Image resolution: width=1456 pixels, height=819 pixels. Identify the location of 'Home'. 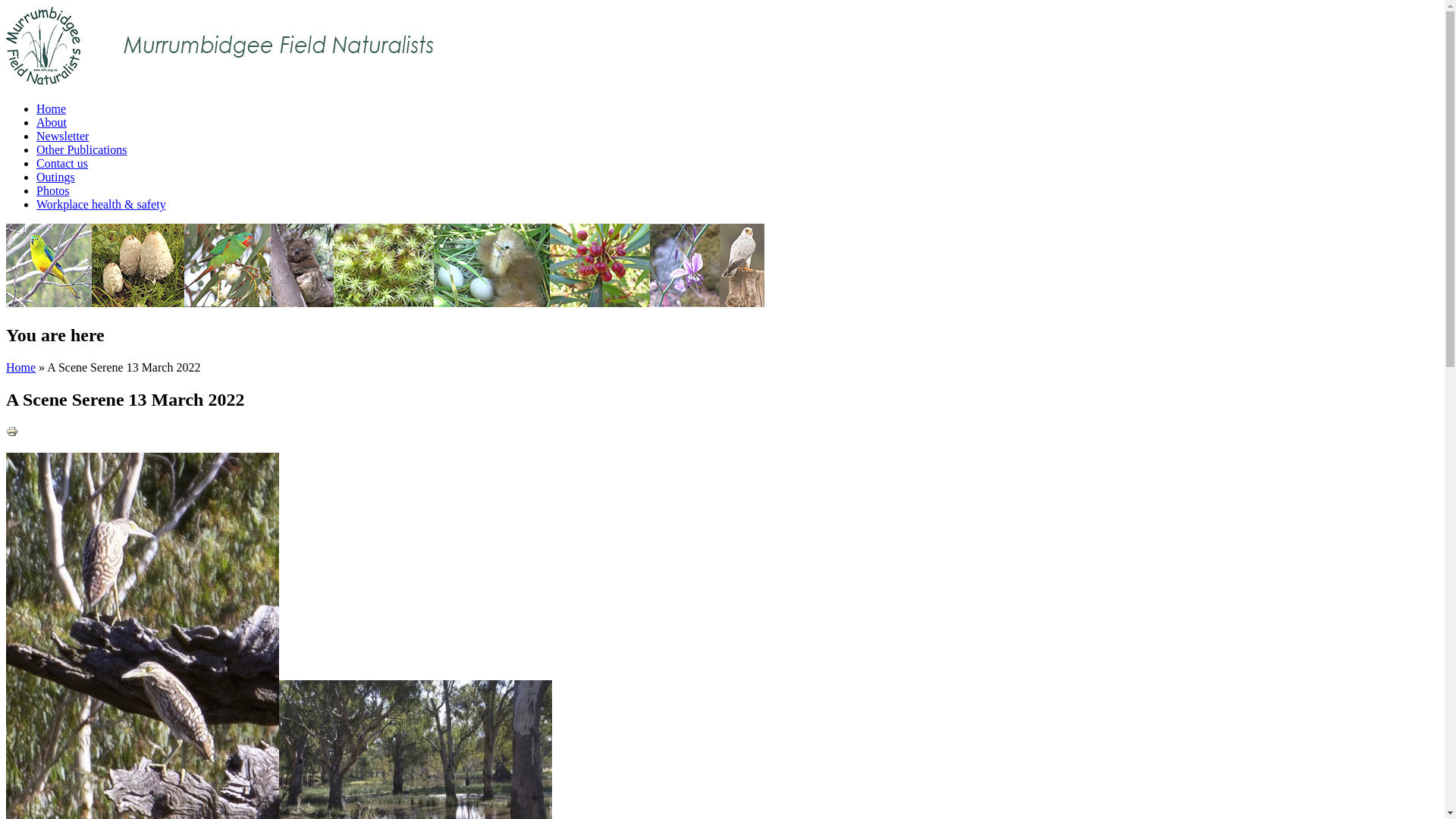
(221, 83).